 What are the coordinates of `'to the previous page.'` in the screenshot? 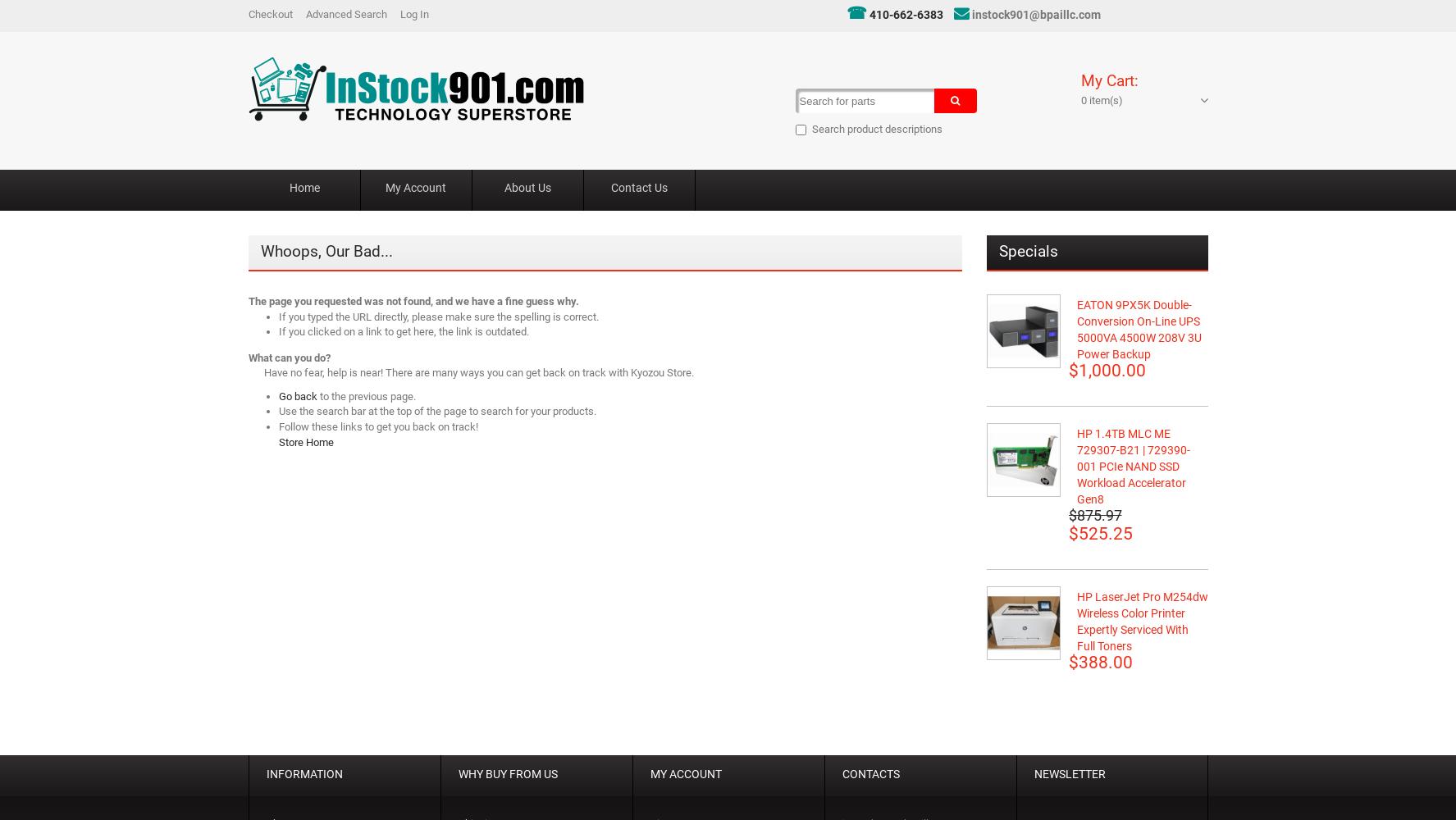 It's located at (366, 394).